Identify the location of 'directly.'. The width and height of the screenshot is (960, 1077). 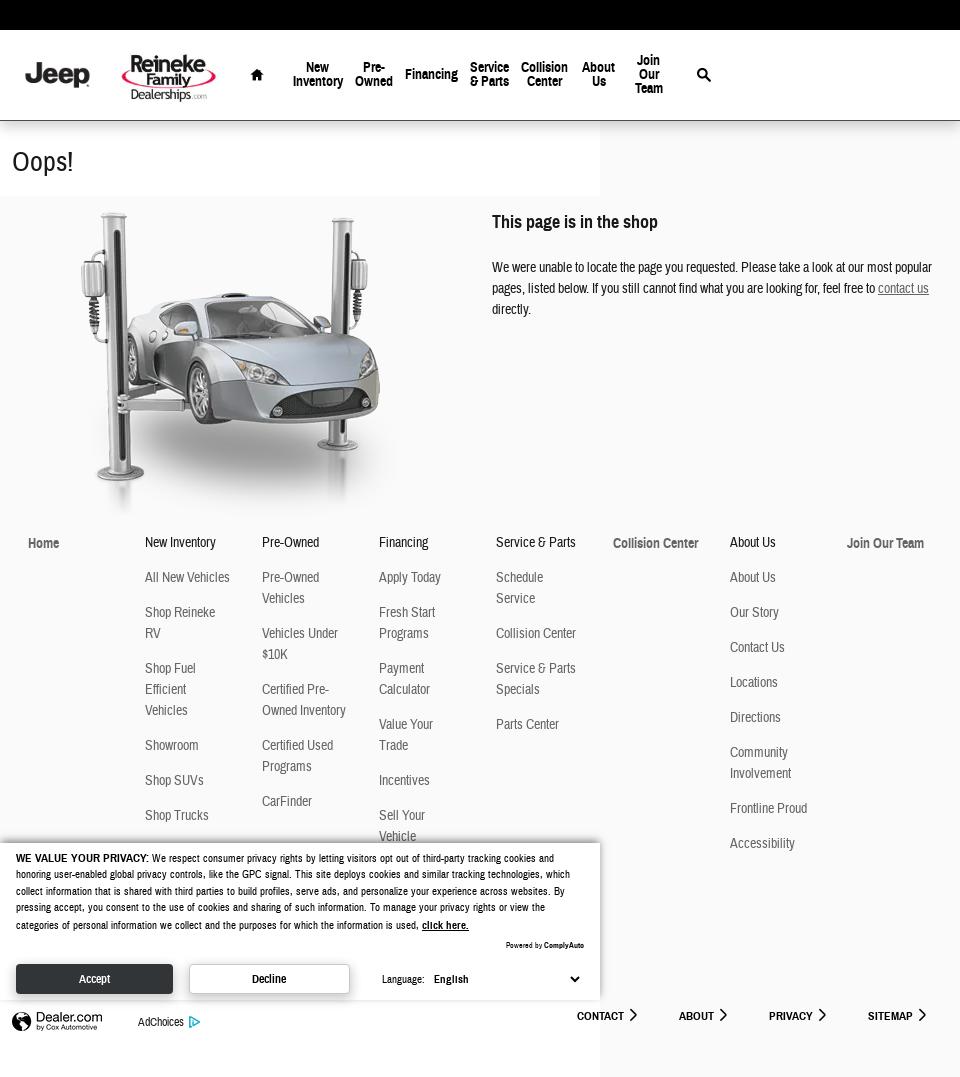
(510, 308).